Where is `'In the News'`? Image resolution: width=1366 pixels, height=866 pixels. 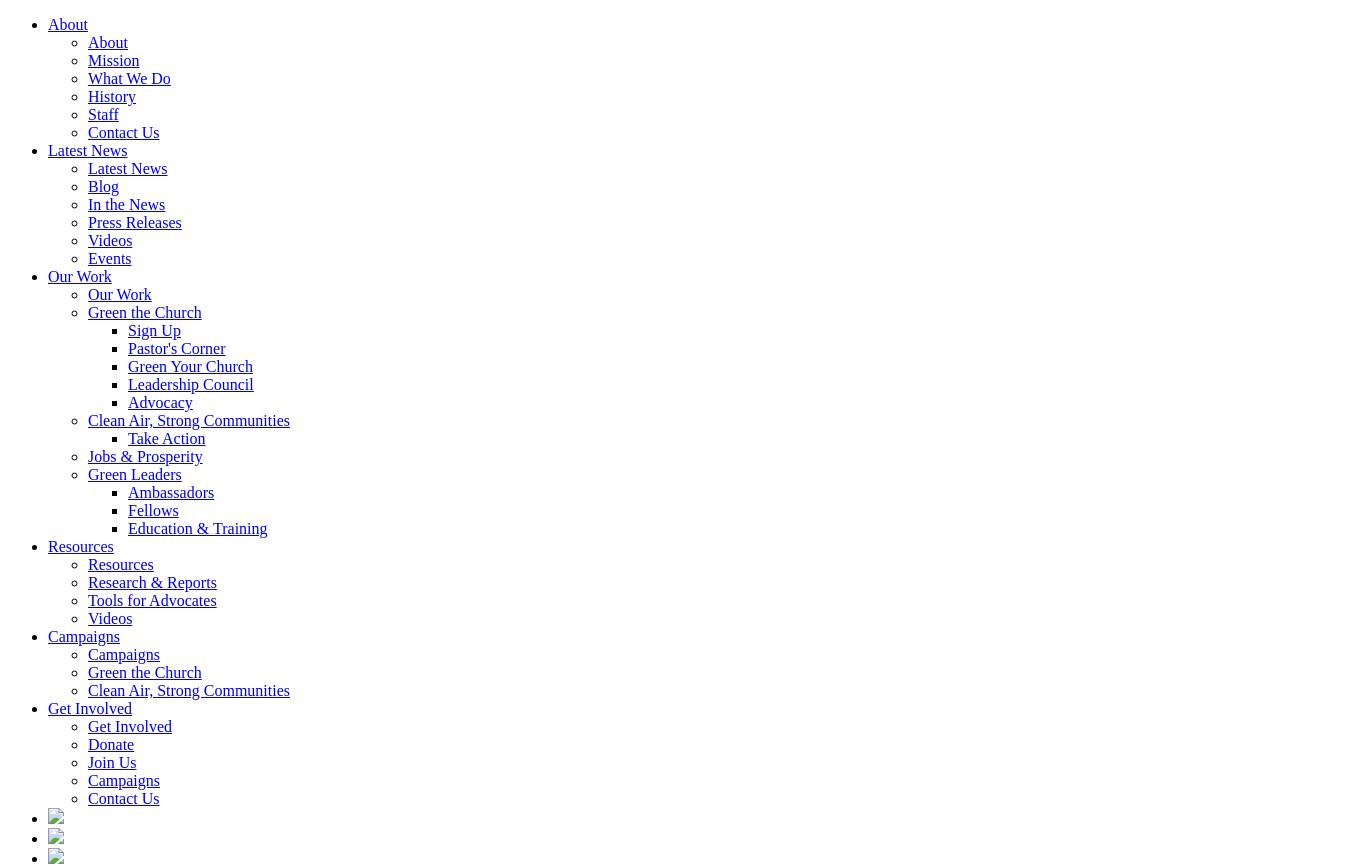
'In the News' is located at coordinates (125, 204).